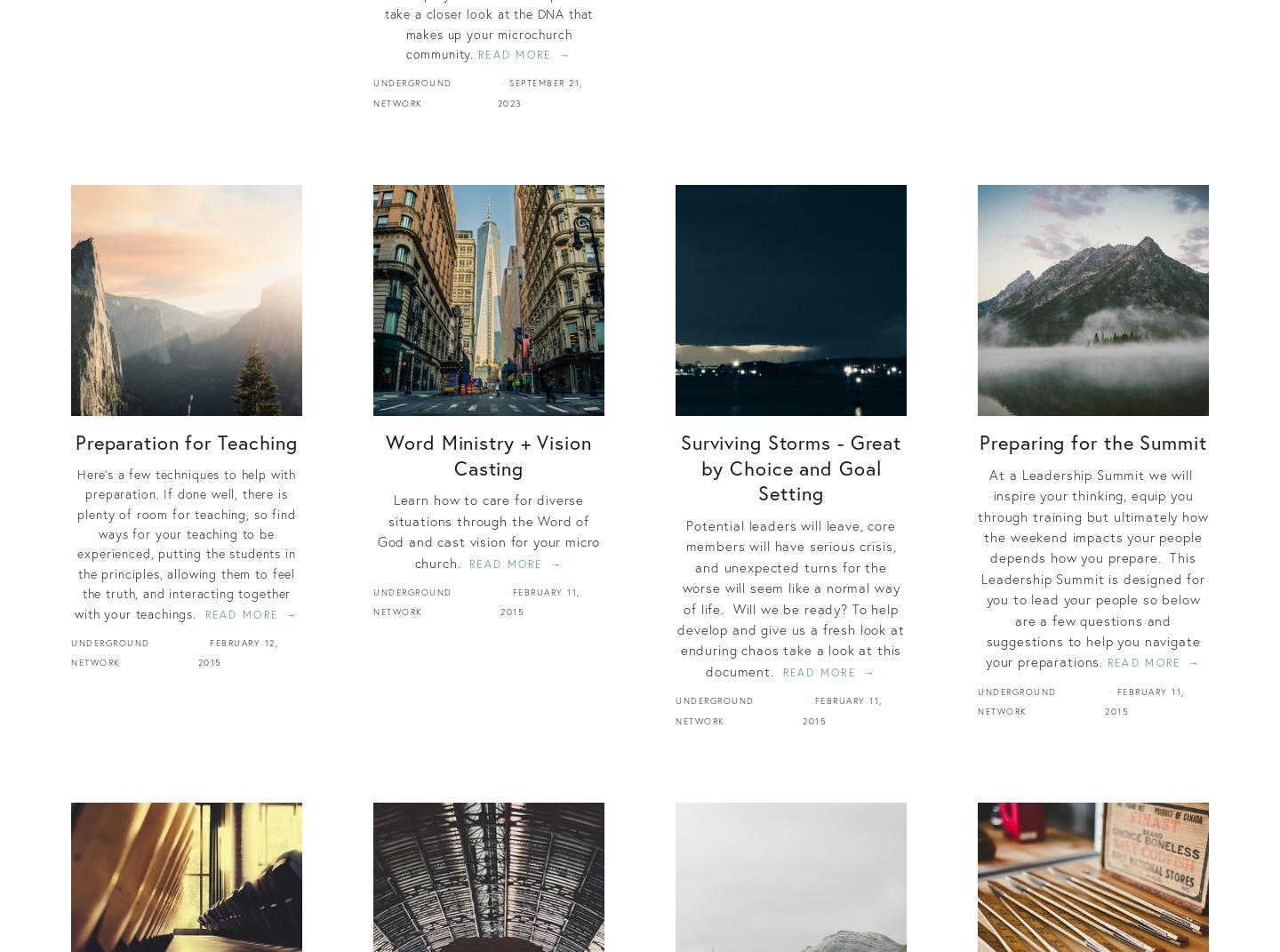  What do you see at coordinates (538, 92) in the screenshot?
I see `'September 21, 2023'` at bounding box center [538, 92].